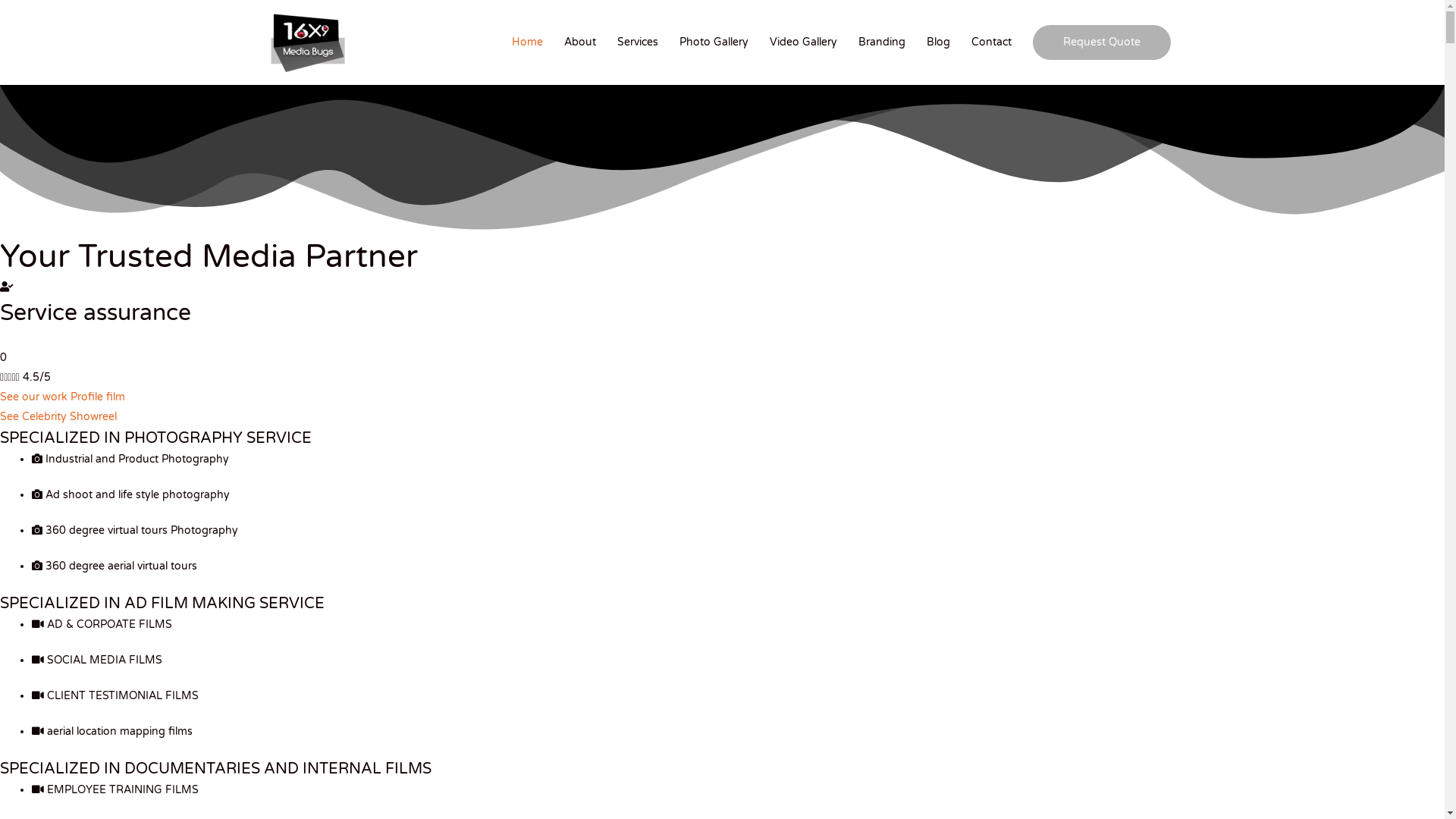 The width and height of the screenshot is (1456, 819). What do you see at coordinates (637, 42) in the screenshot?
I see `'Services'` at bounding box center [637, 42].